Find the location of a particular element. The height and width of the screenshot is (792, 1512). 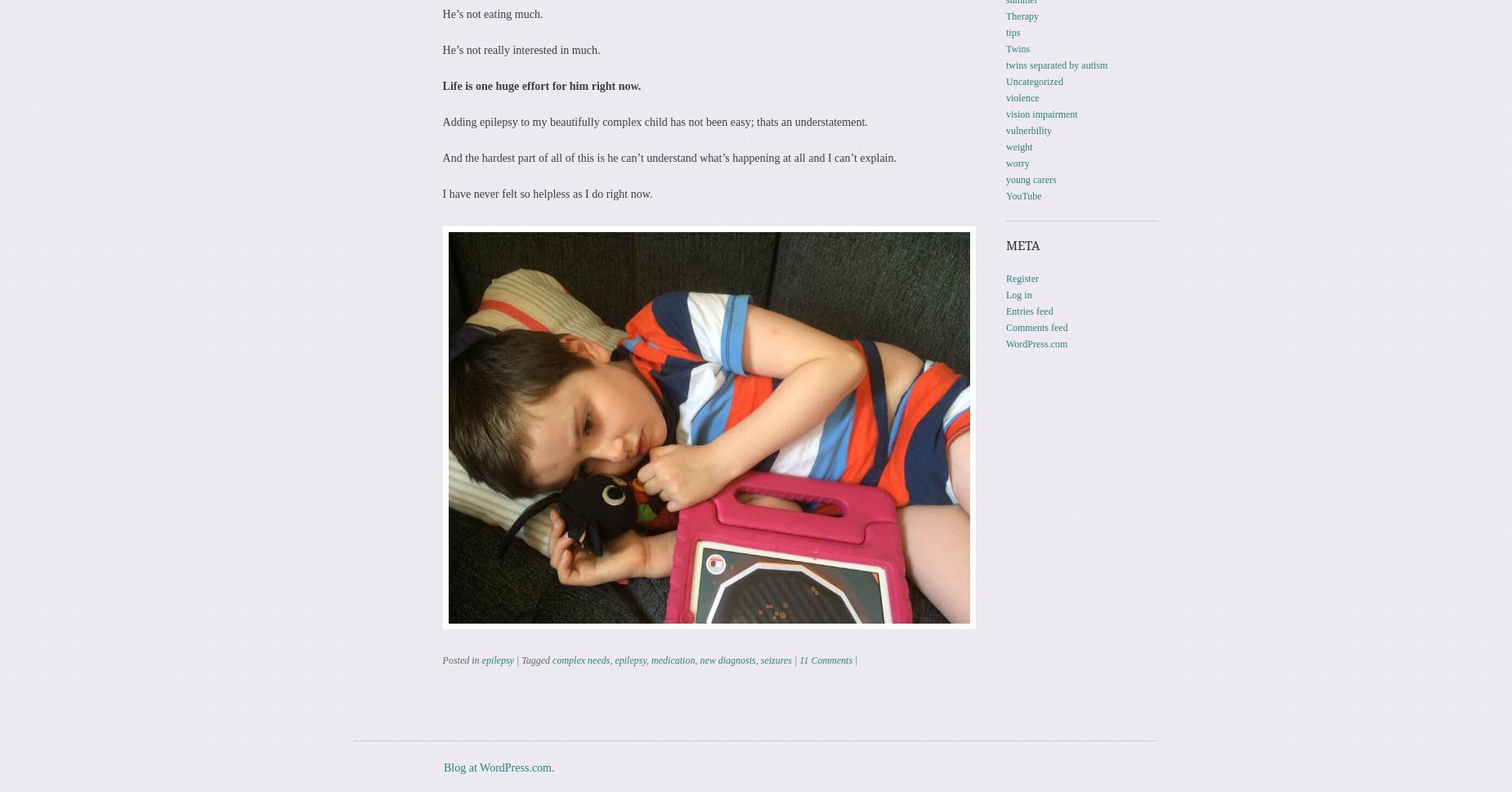

'complex needs' is located at coordinates (580, 659).